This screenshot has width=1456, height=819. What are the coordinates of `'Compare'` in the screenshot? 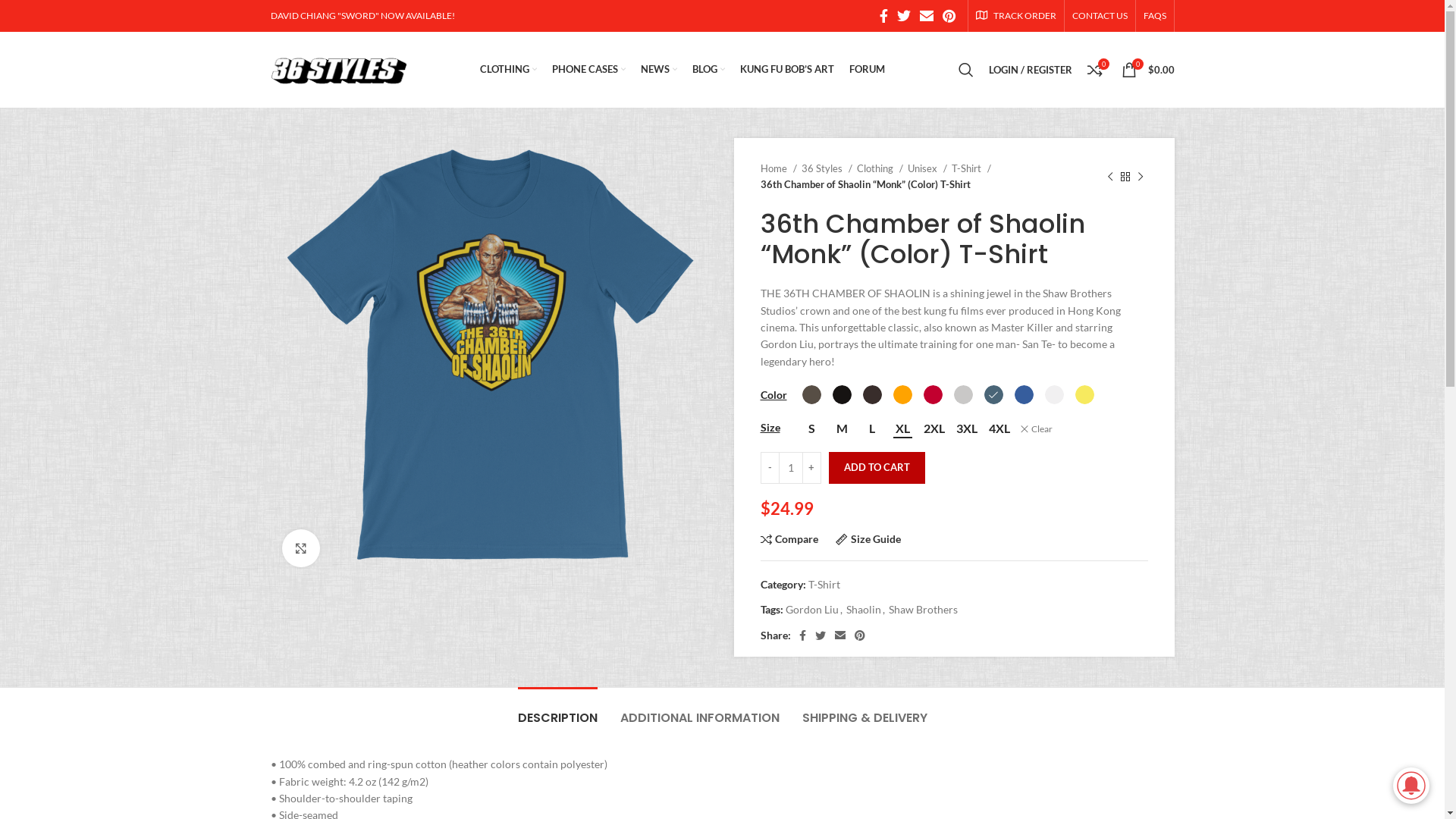 It's located at (789, 538).